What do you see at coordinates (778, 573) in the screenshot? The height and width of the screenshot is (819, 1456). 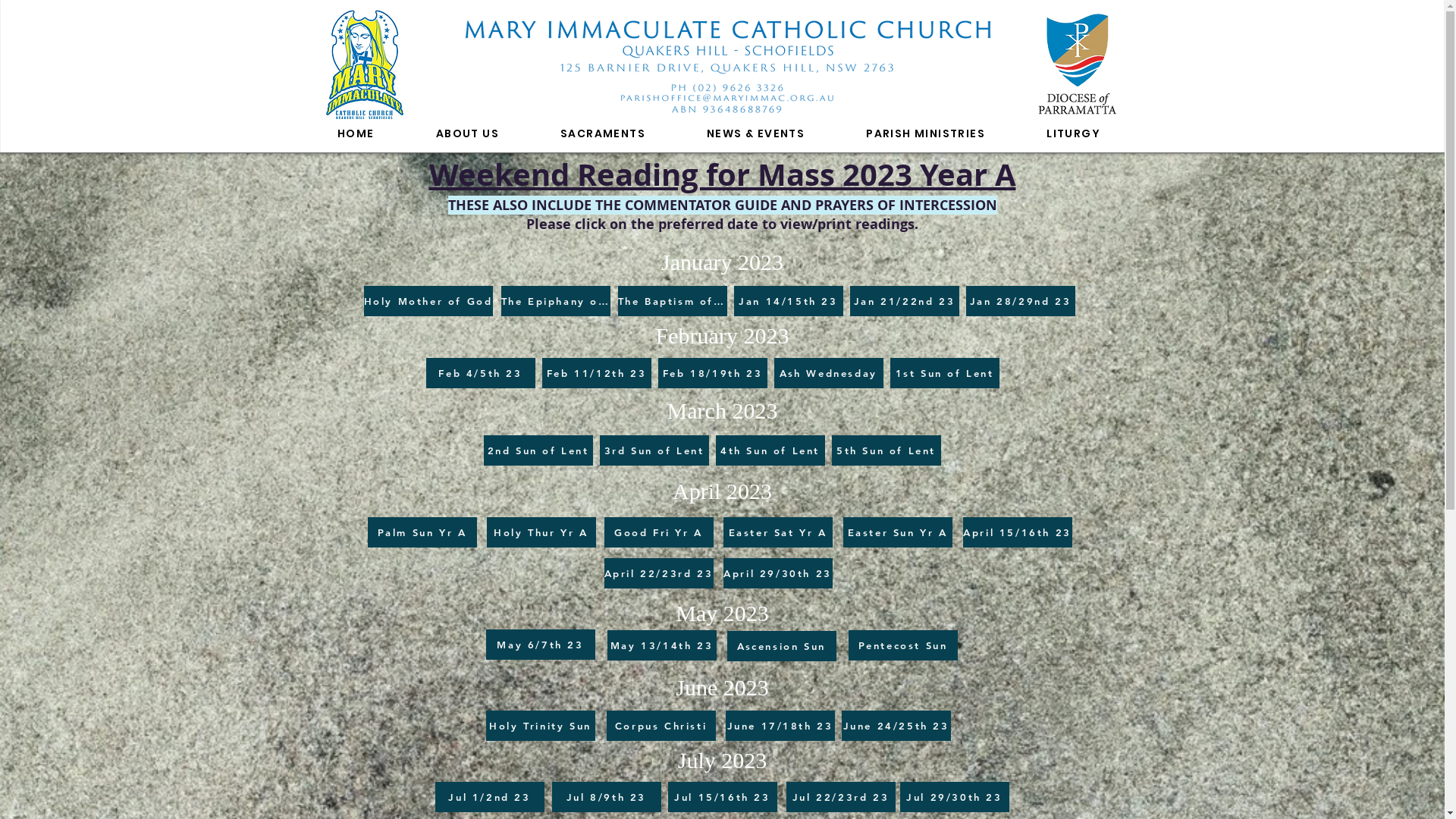 I see `'April 29/30th 23'` at bounding box center [778, 573].